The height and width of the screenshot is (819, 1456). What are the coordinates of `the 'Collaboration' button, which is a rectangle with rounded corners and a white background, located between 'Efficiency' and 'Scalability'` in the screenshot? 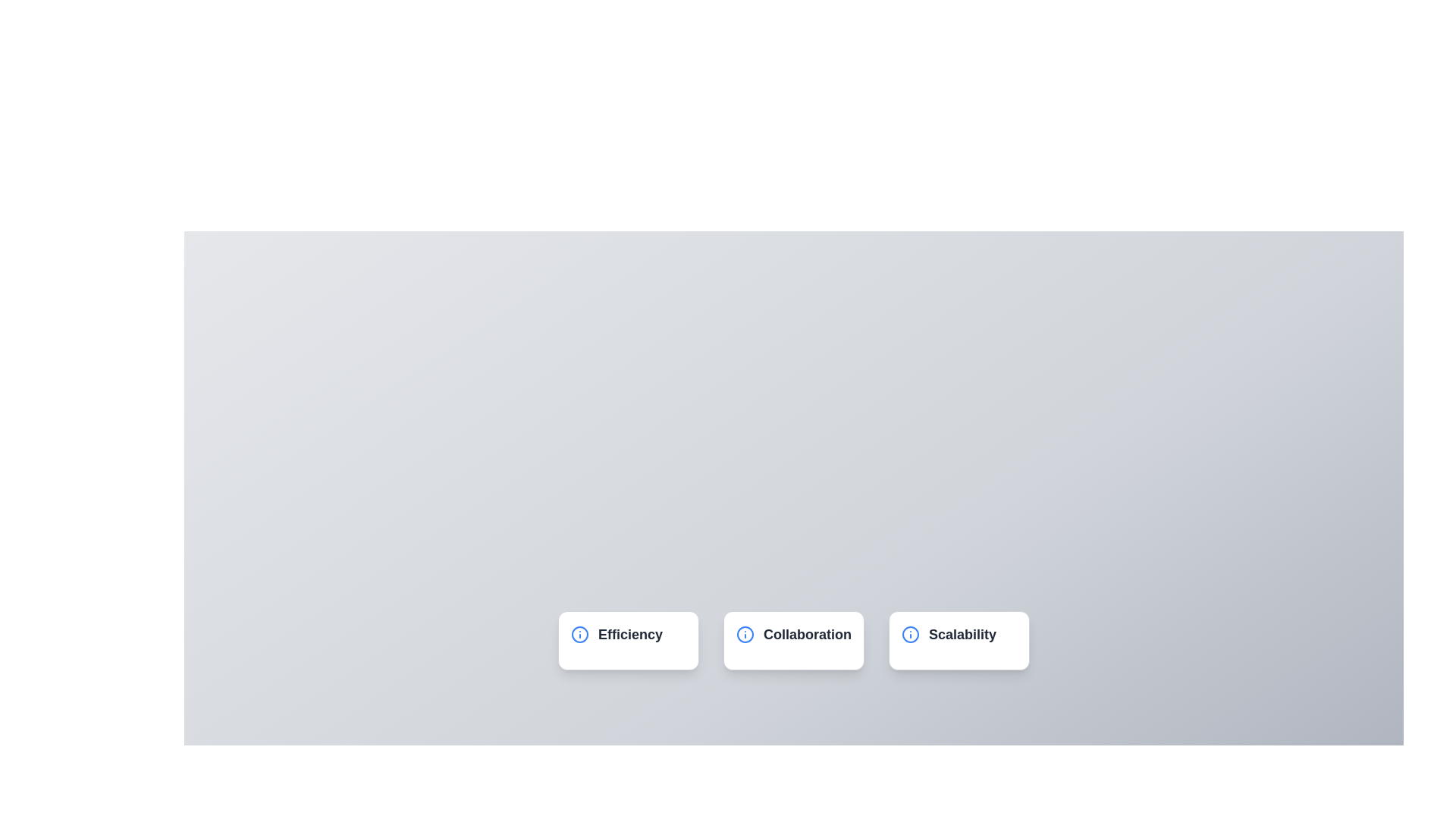 It's located at (792, 640).